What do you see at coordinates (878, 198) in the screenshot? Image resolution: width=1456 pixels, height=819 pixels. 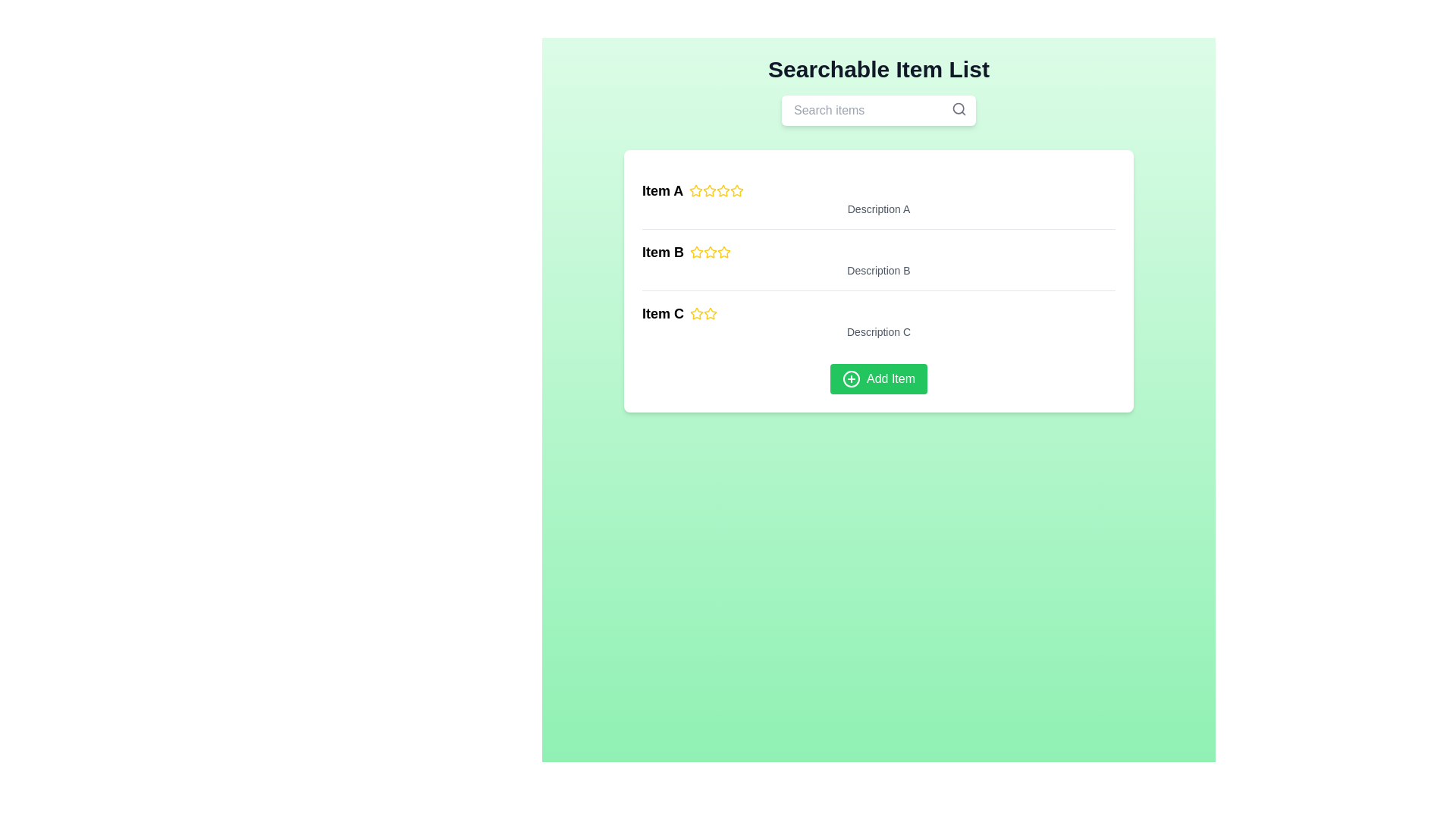 I see `the first list item containing bold text 'Item A' and yellow stars` at bounding box center [878, 198].